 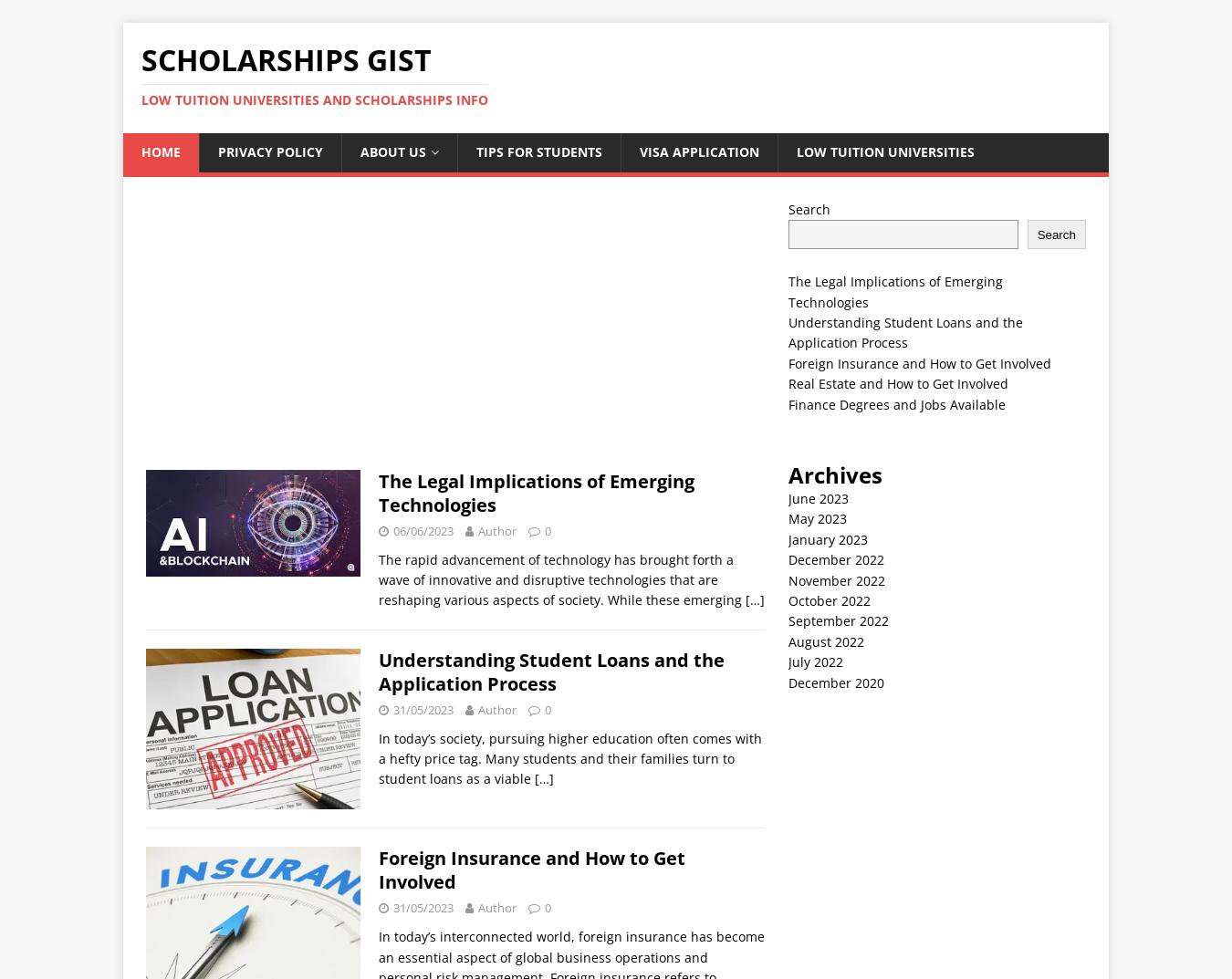 What do you see at coordinates (817, 518) in the screenshot?
I see `'May 2023'` at bounding box center [817, 518].